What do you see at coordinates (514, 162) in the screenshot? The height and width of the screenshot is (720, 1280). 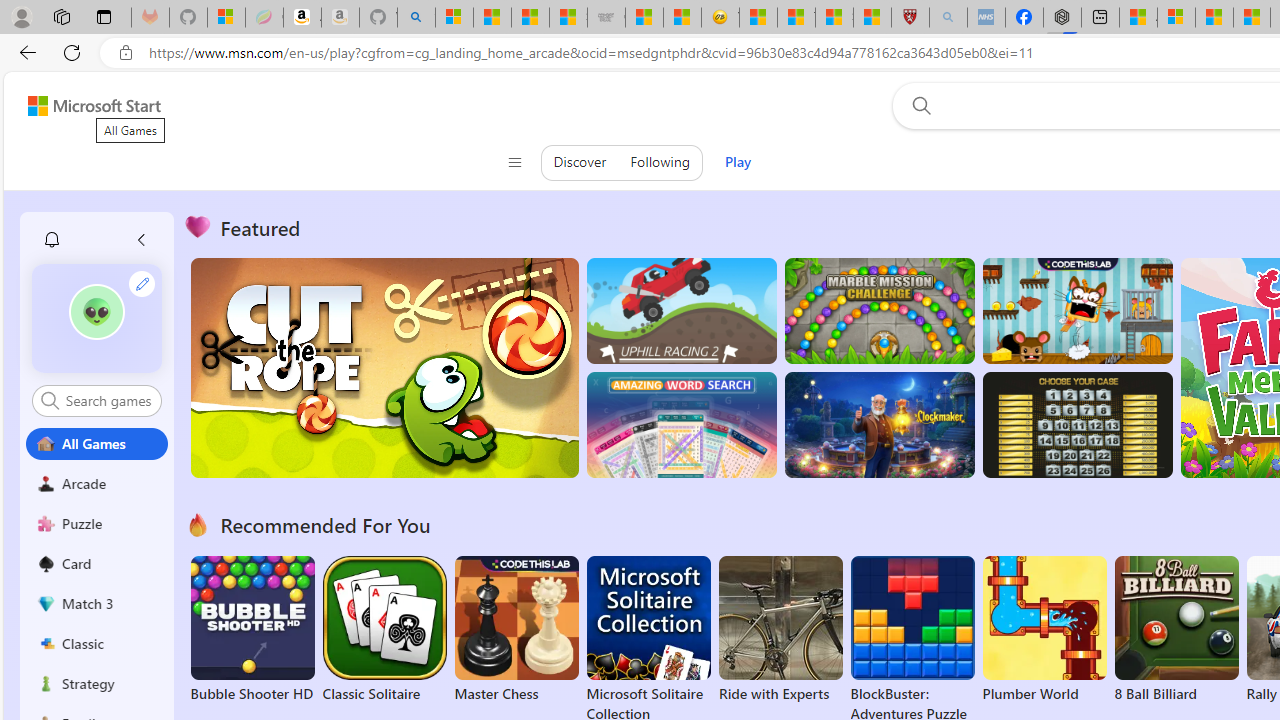 I see `'Class: control icon-only'` at bounding box center [514, 162].